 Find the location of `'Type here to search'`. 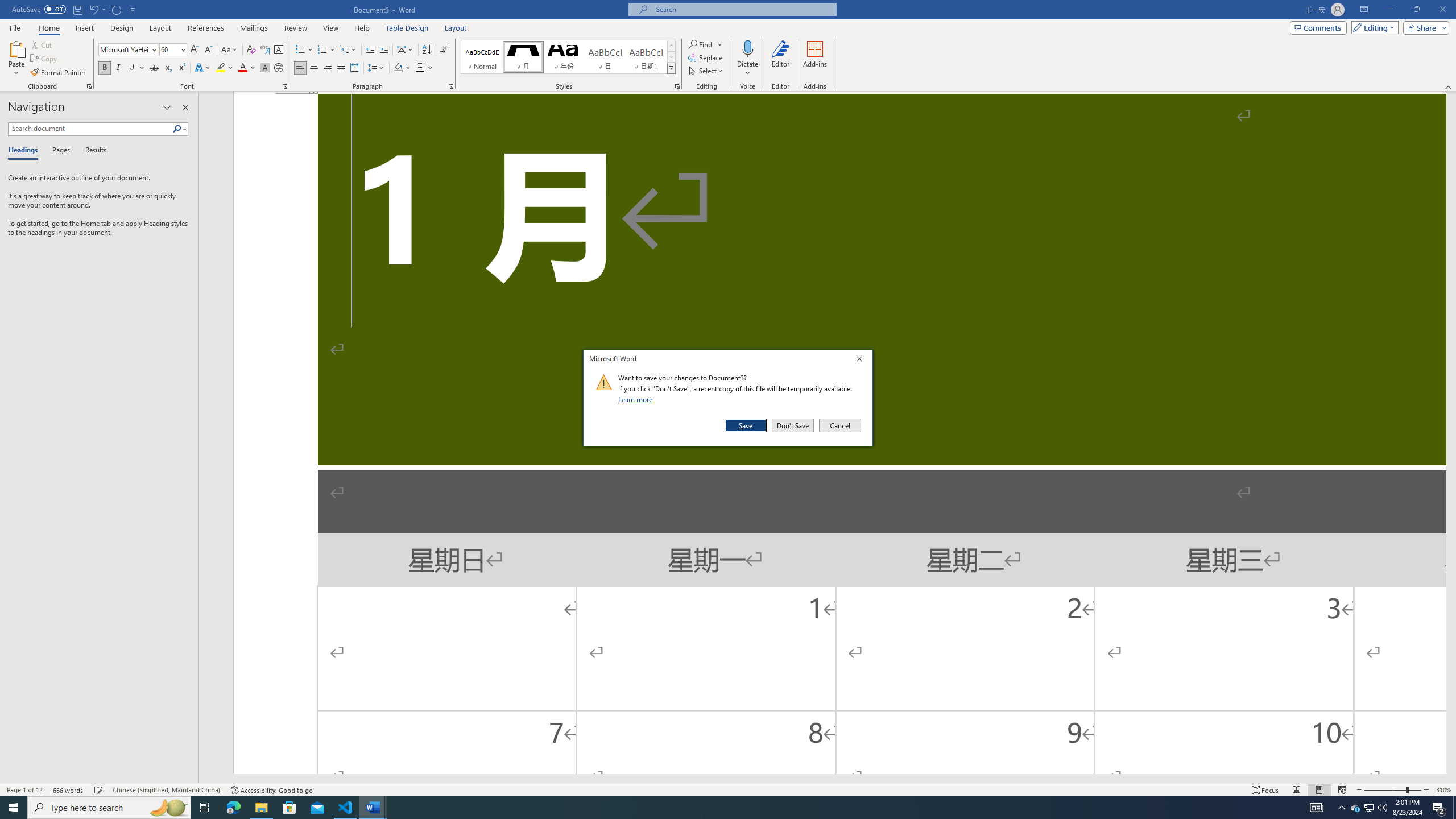

'Type here to search' is located at coordinates (109, 806).